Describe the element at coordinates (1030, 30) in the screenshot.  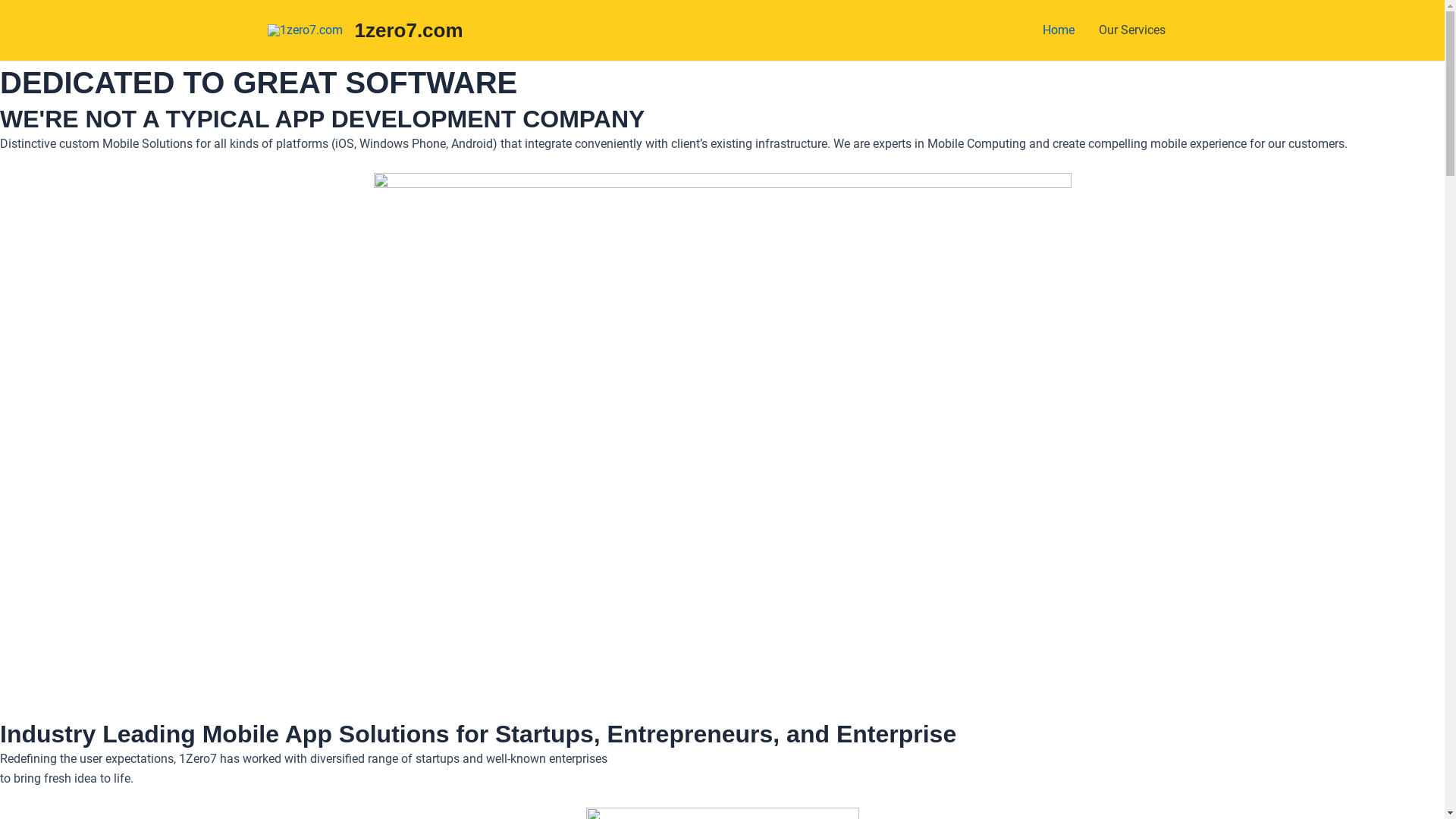
I see `'Home'` at that location.